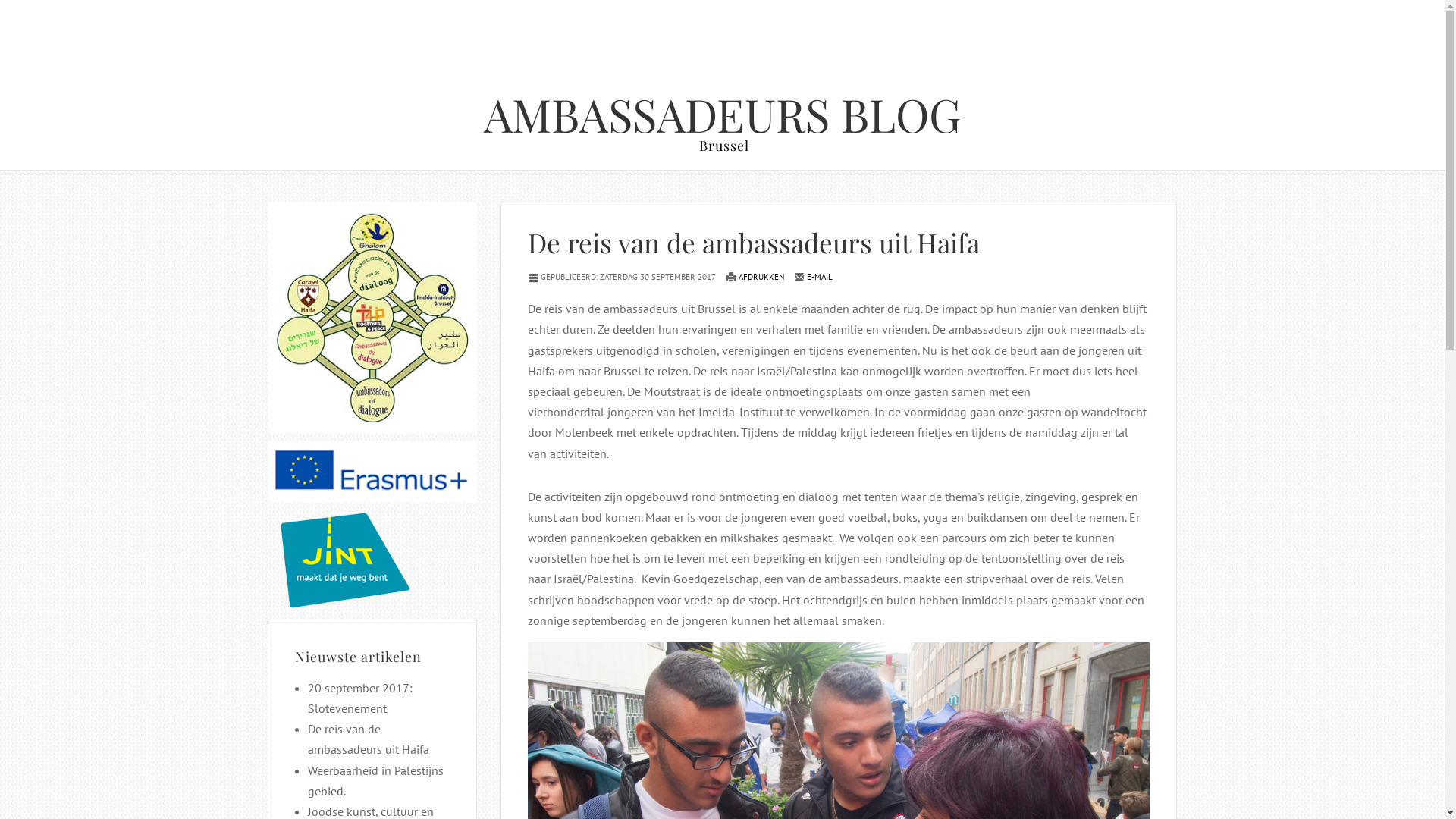 The height and width of the screenshot is (819, 1456). I want to click on 'Weerbaarheid in Palestijns gebied.', so click(307, 780).